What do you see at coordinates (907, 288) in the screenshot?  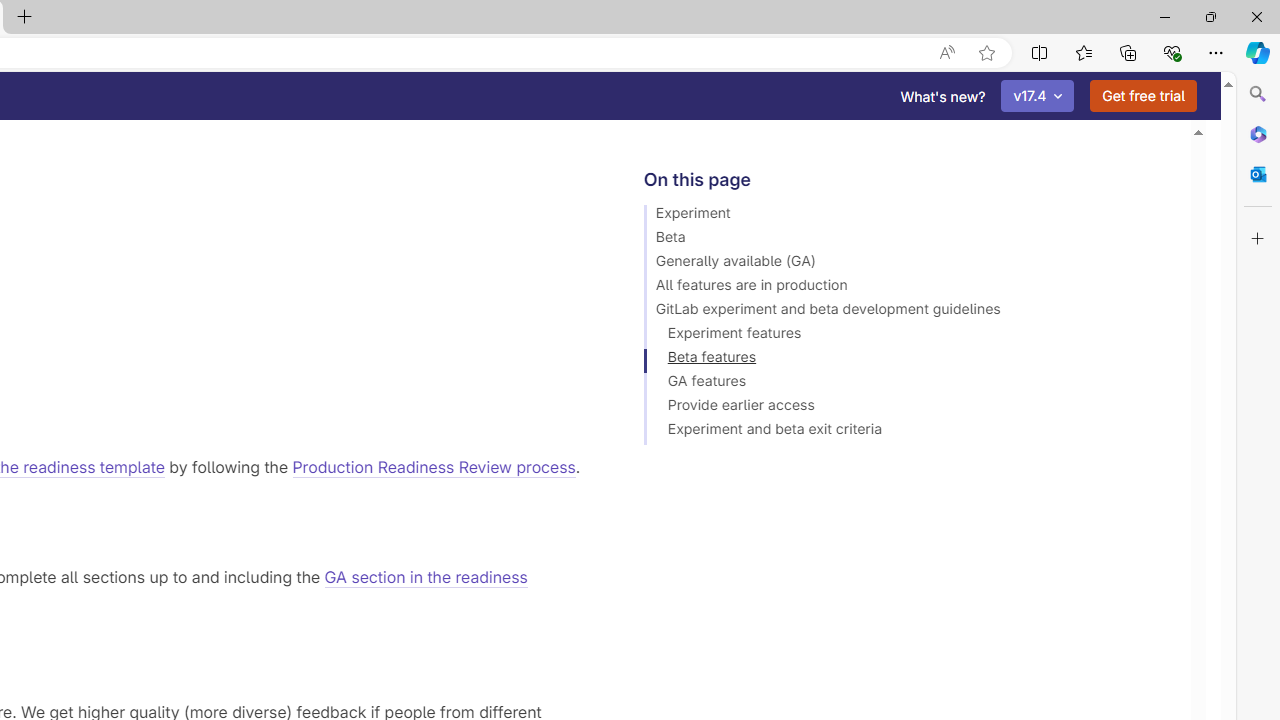 I see `'All features are in production'` at bounding box center [907, 288].